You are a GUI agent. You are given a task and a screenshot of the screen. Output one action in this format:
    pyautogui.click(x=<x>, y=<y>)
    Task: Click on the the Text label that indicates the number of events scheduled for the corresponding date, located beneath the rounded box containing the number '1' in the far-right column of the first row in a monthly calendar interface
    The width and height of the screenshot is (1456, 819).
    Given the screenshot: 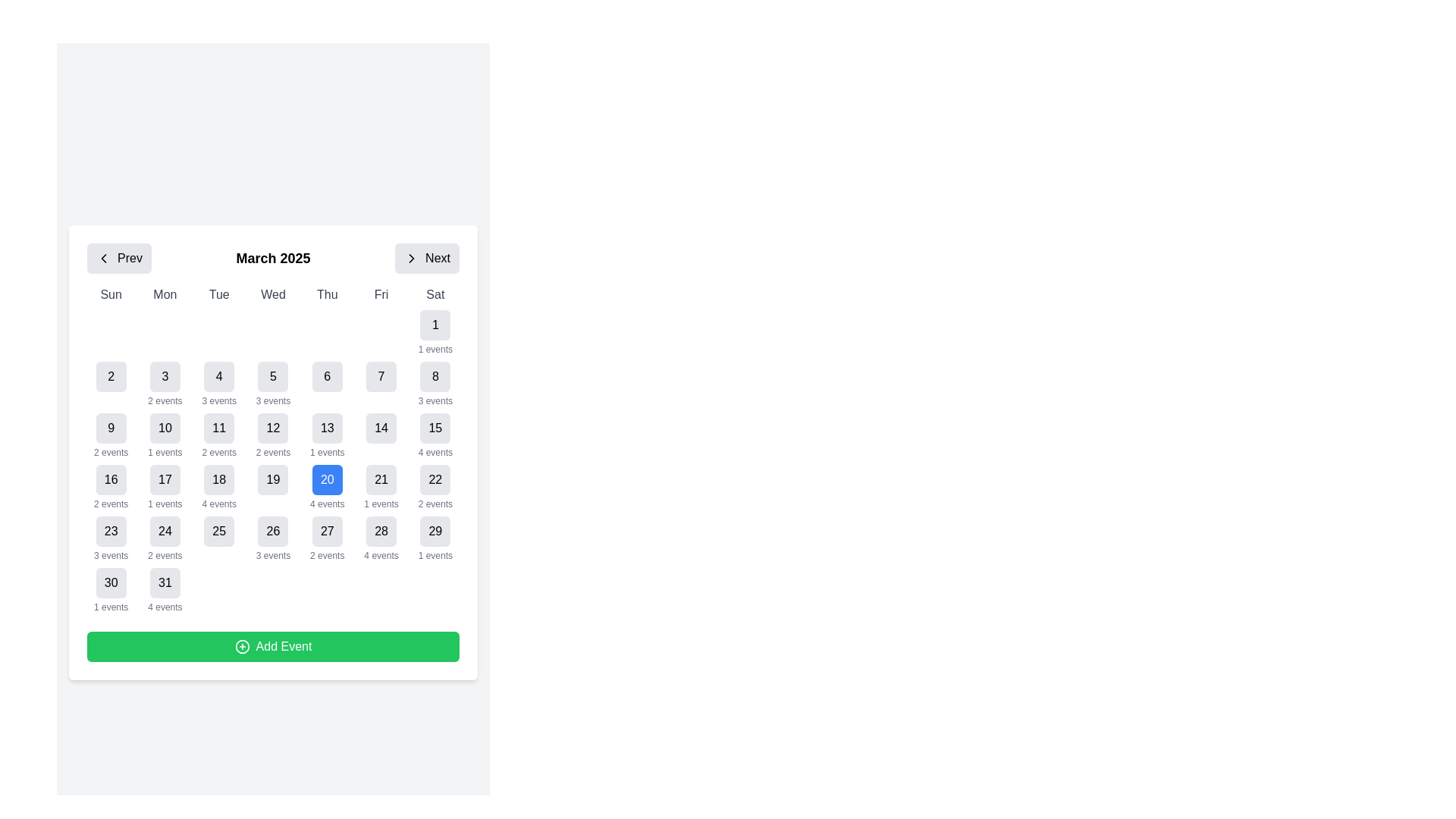 What is the action you would take?
    pyautogui.click(x=165, y=452)
    